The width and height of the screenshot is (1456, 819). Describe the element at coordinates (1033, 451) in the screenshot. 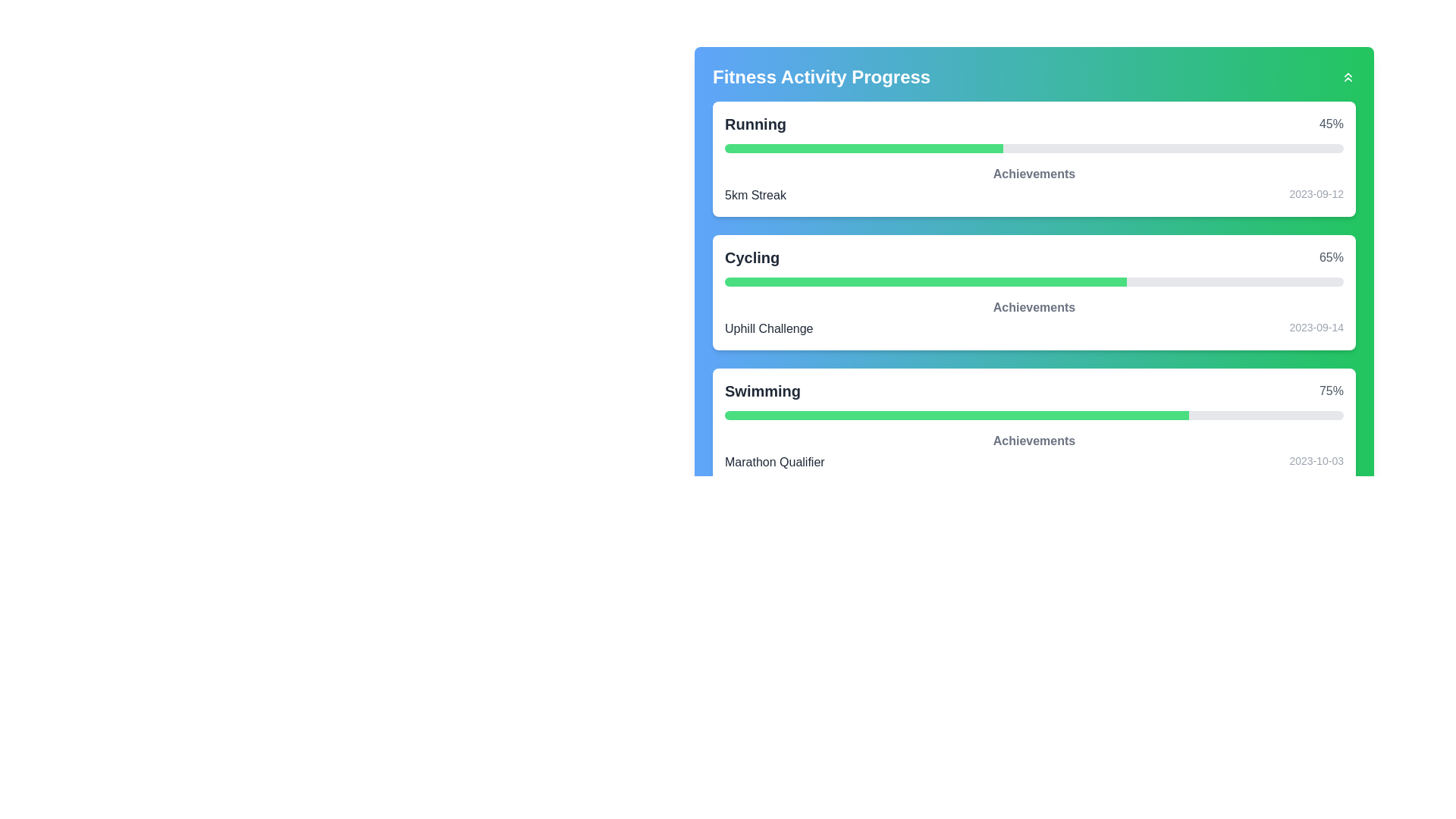

I see `the Text content block displaying 'Achievements', 'Marathon Qualifier', and the date '2023-10-03', located within the 'Swimming' card, below the green progress bar` at that location.